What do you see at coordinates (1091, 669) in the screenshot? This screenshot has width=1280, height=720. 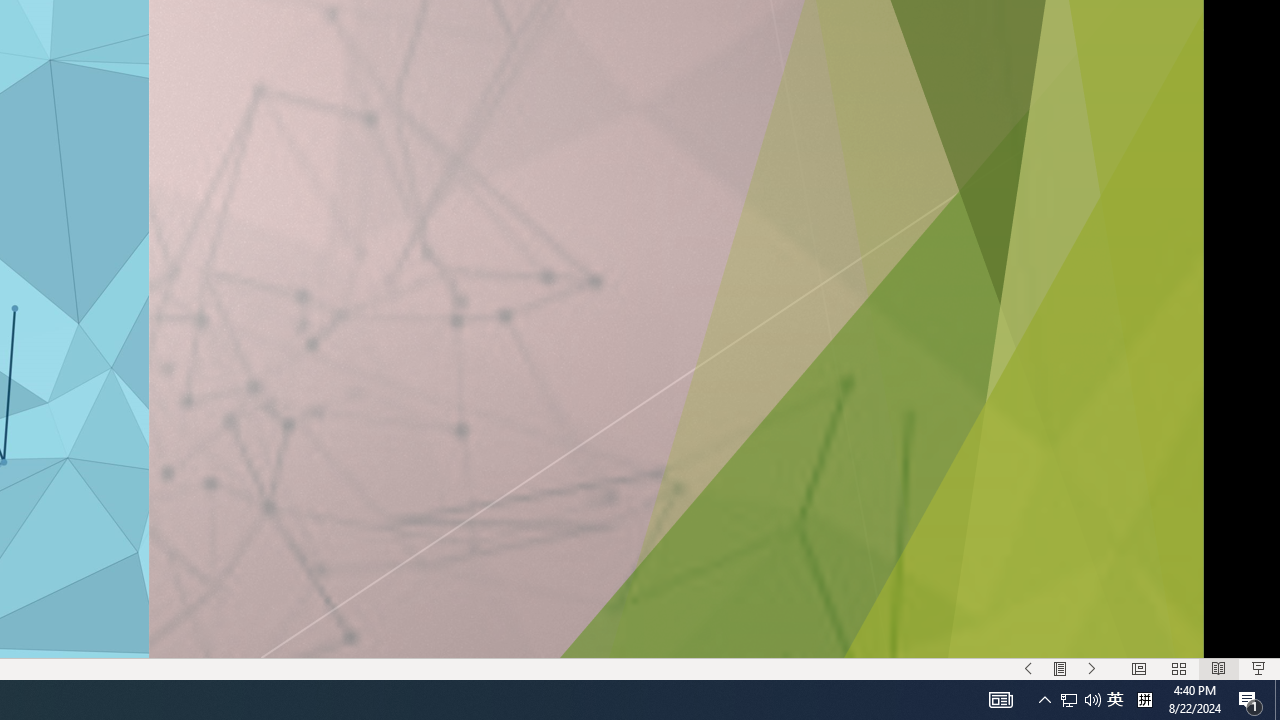 I see `'Slide Show Next On'` at bounding box center [1091, 669].